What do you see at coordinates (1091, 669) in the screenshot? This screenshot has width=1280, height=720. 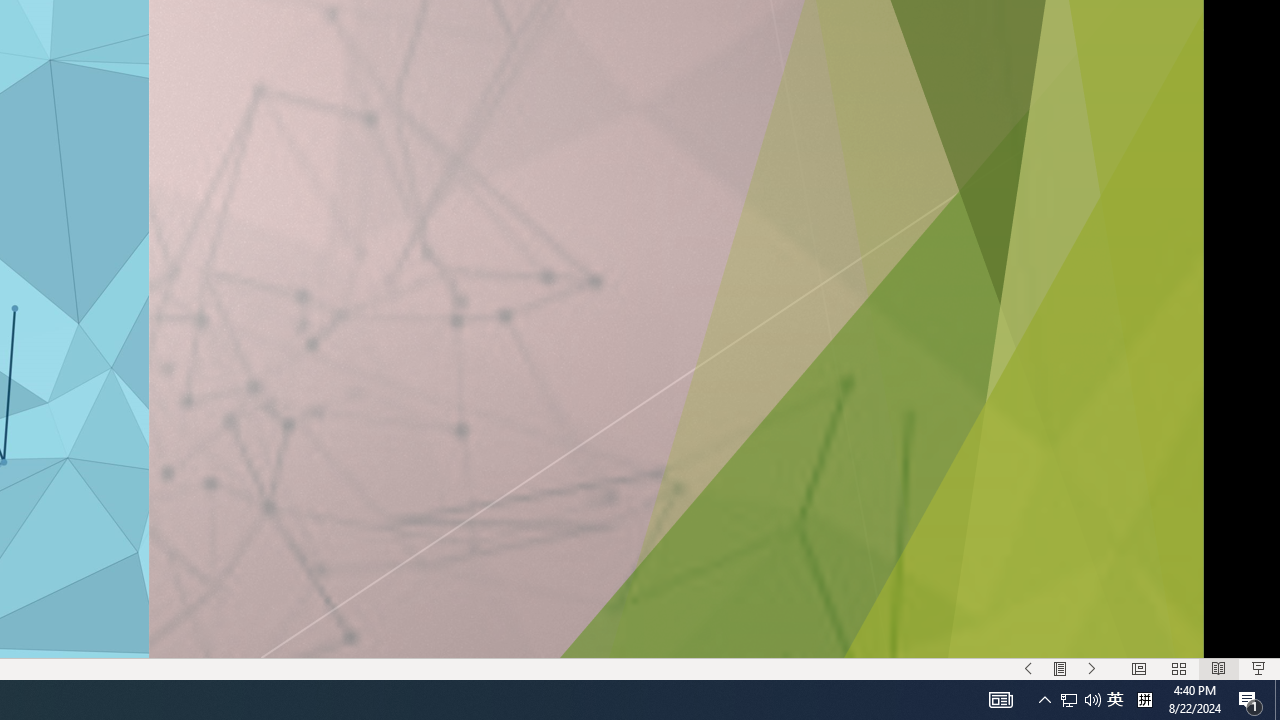 I see `'Slide Show Next On'` at bounding box center [1091, 669].